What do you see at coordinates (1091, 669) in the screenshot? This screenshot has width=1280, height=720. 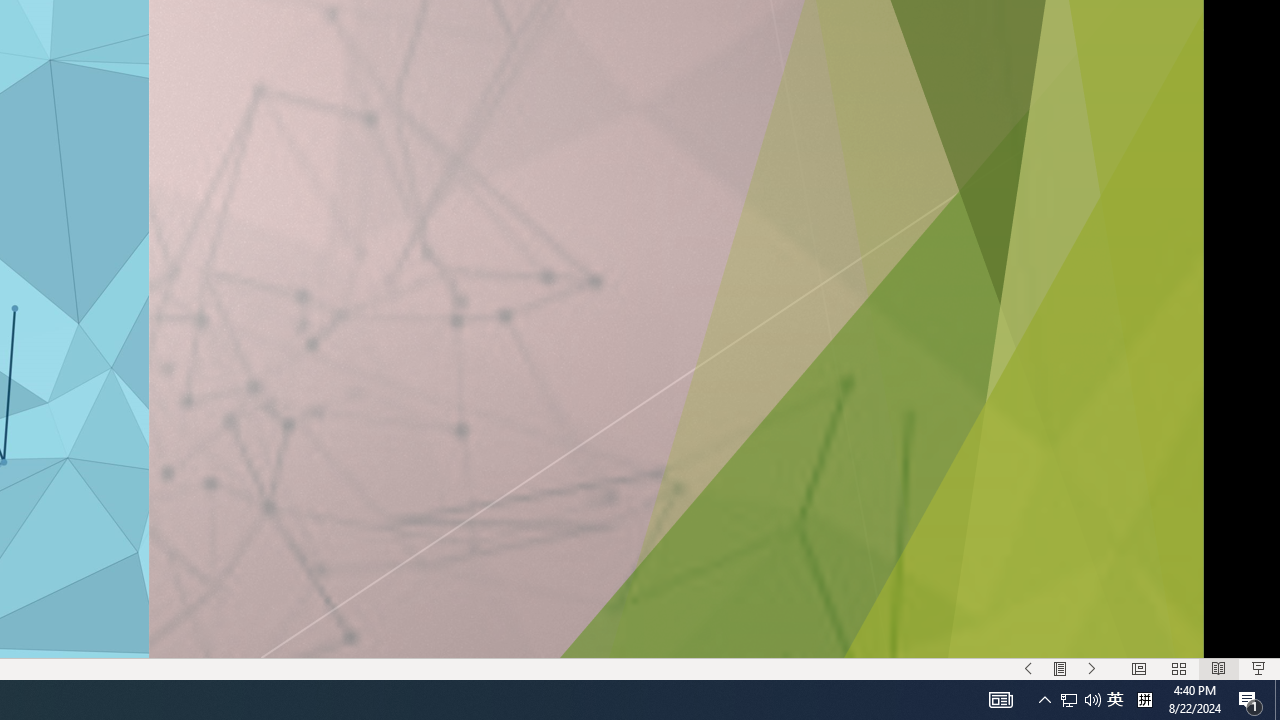 I see `'Slide Show Next On'` at bounding box center [1091, 669].